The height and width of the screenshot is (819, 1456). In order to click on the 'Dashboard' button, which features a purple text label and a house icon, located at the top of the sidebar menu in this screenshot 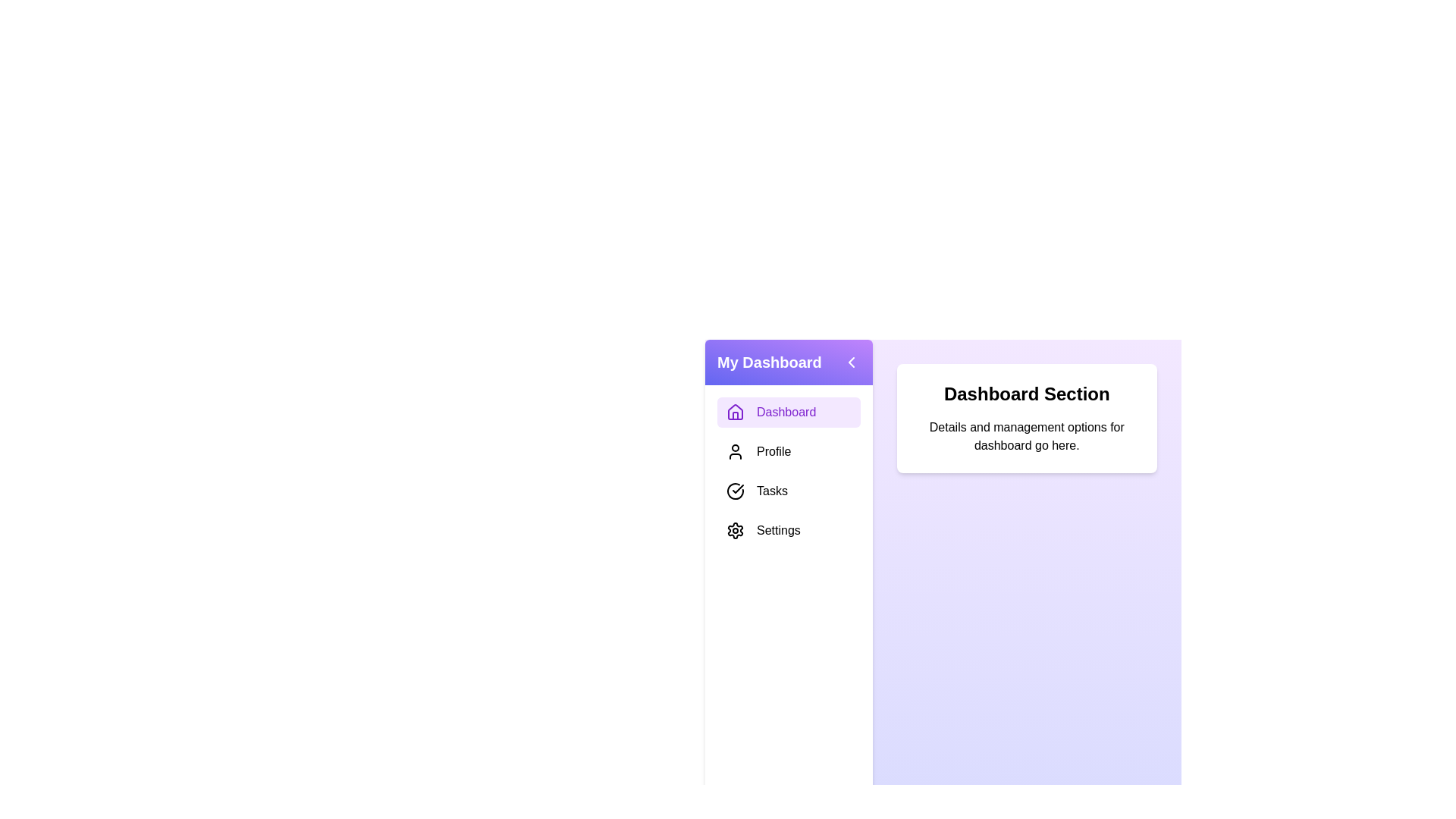, I will do `click(789, 412)`.